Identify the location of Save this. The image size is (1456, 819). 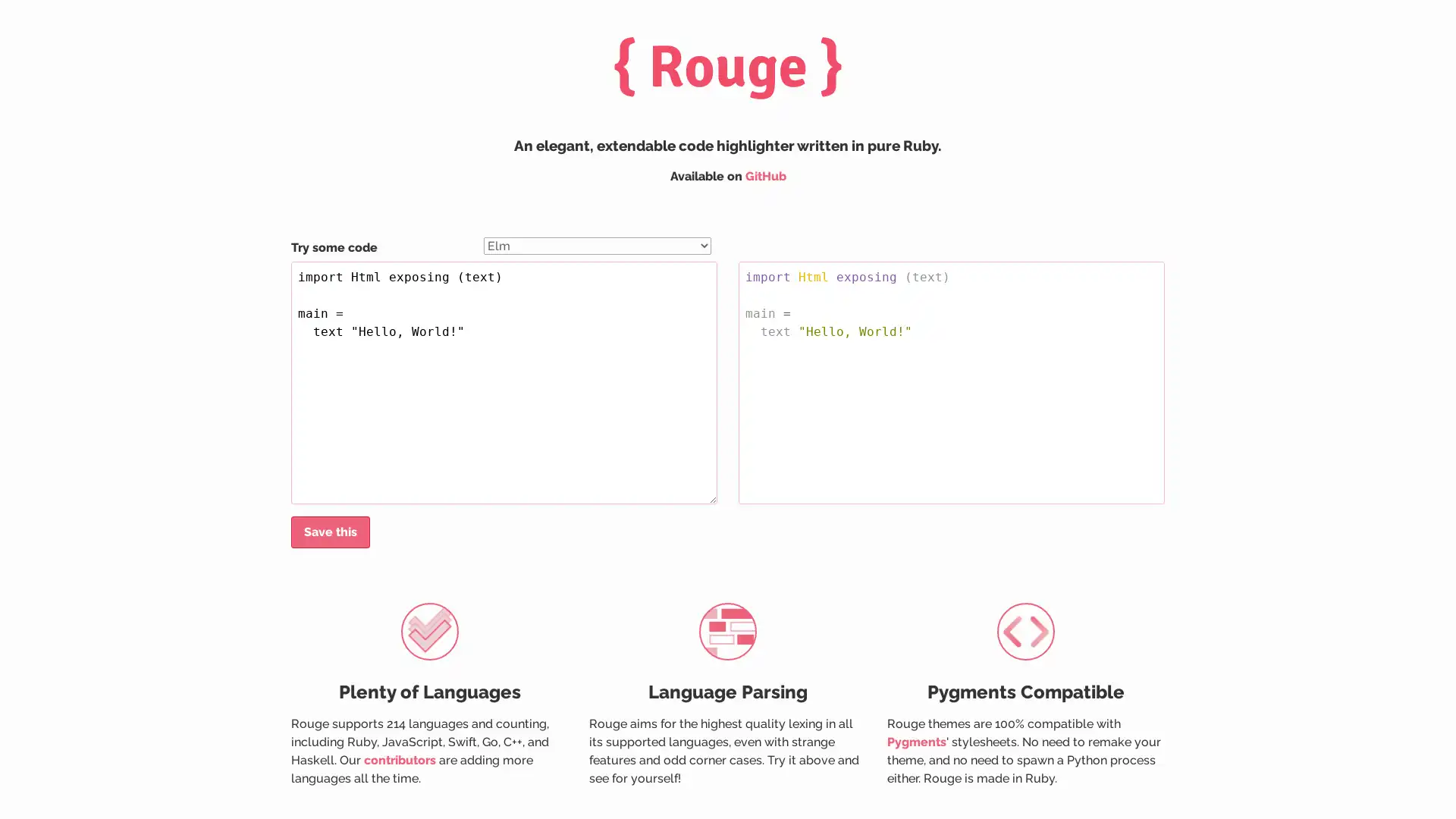
(330, 532).